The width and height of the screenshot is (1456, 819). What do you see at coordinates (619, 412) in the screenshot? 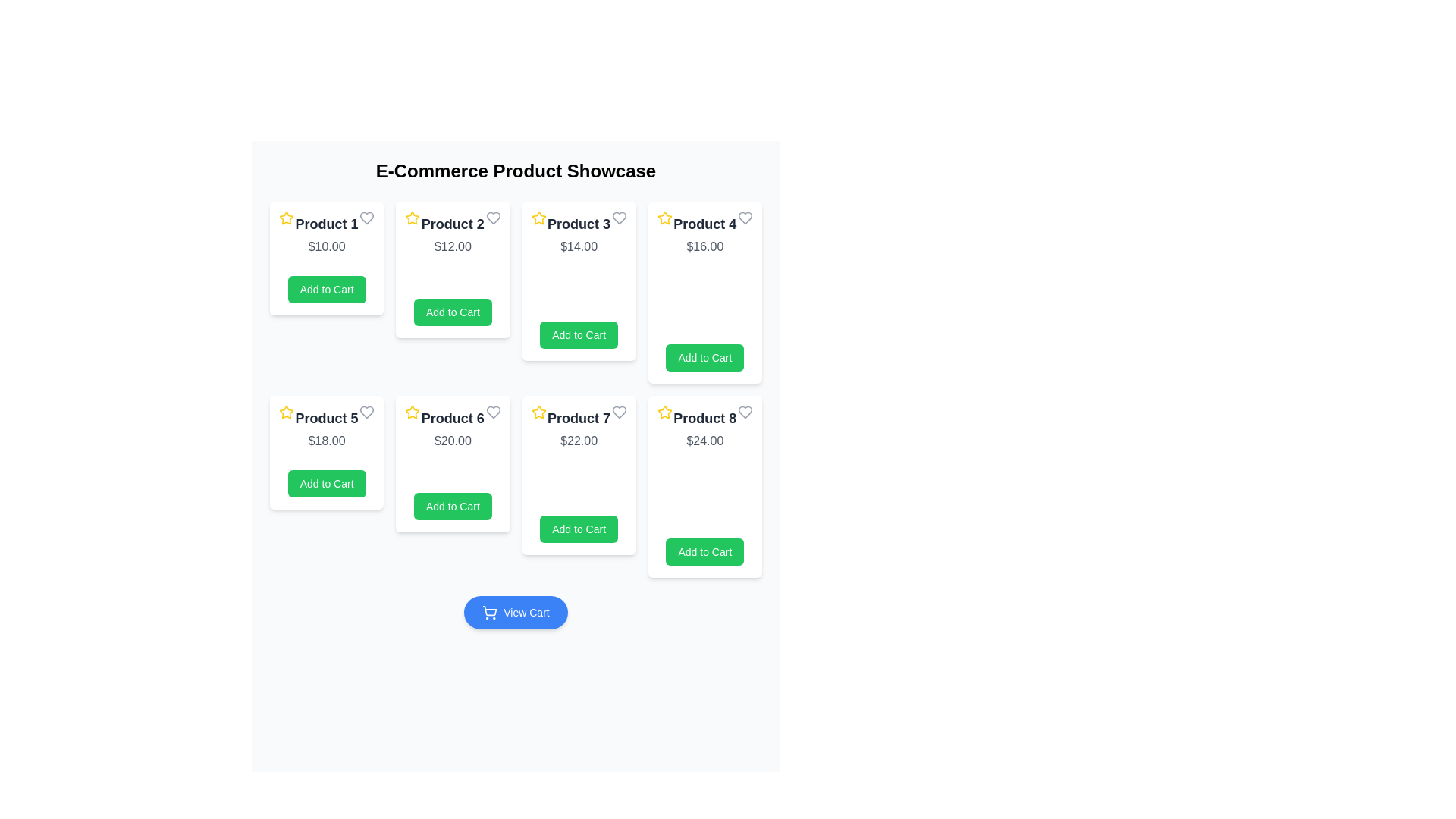
I see `the heart-shaped icon button located at the top-right corner of the 'Product 7' card` at bounding box center [619, 412].